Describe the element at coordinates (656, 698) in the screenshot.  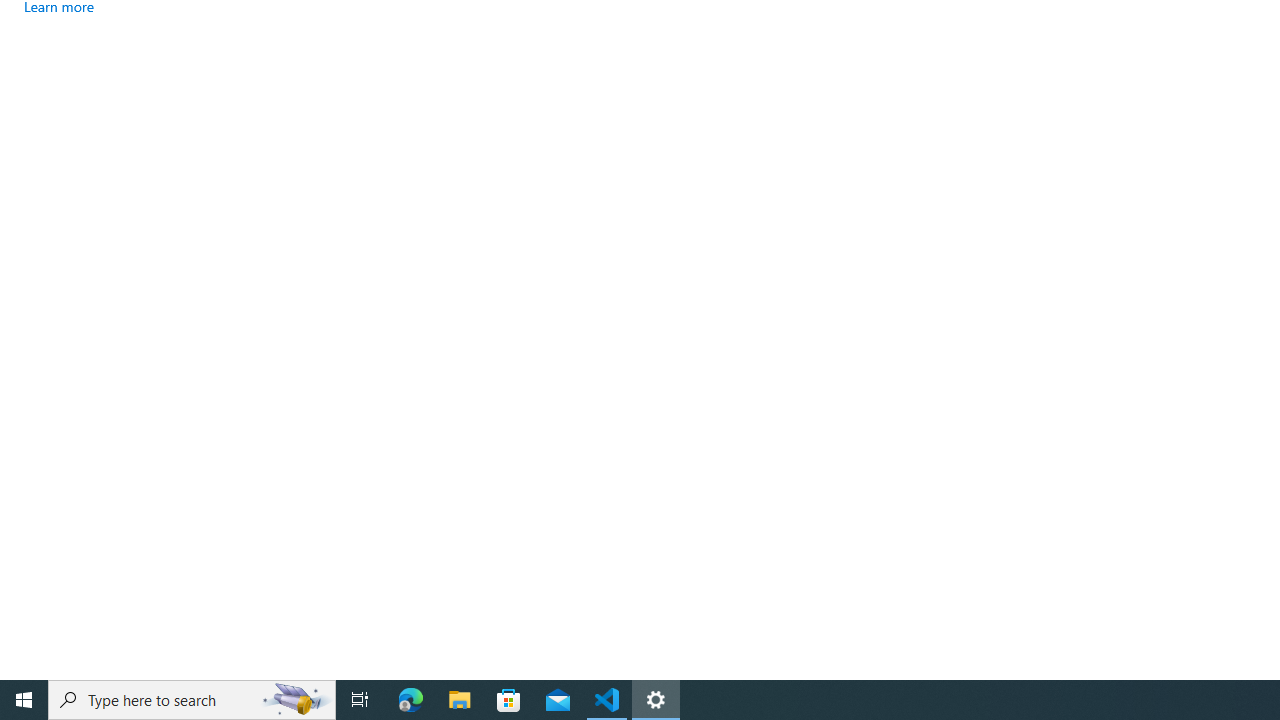
I see `'Settings - 1 running window'` at that location.